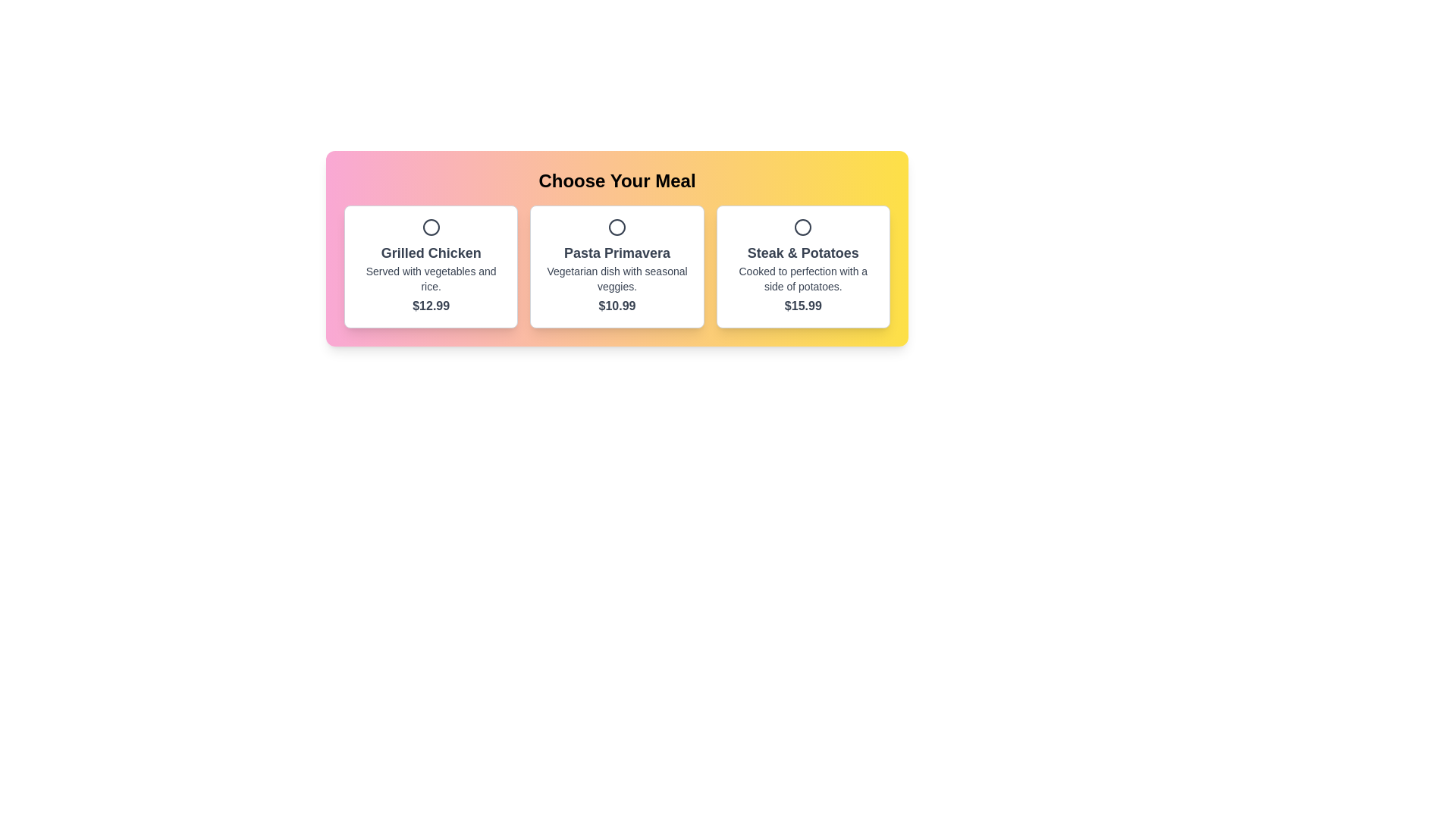 Image resolution: width=1456 pixels, height=819 pixels. What do you see at coordinates (617, 227) in the screenshot?
I see `the radio button for 'Pasta Primavera'` at bounding box center [617, 227].